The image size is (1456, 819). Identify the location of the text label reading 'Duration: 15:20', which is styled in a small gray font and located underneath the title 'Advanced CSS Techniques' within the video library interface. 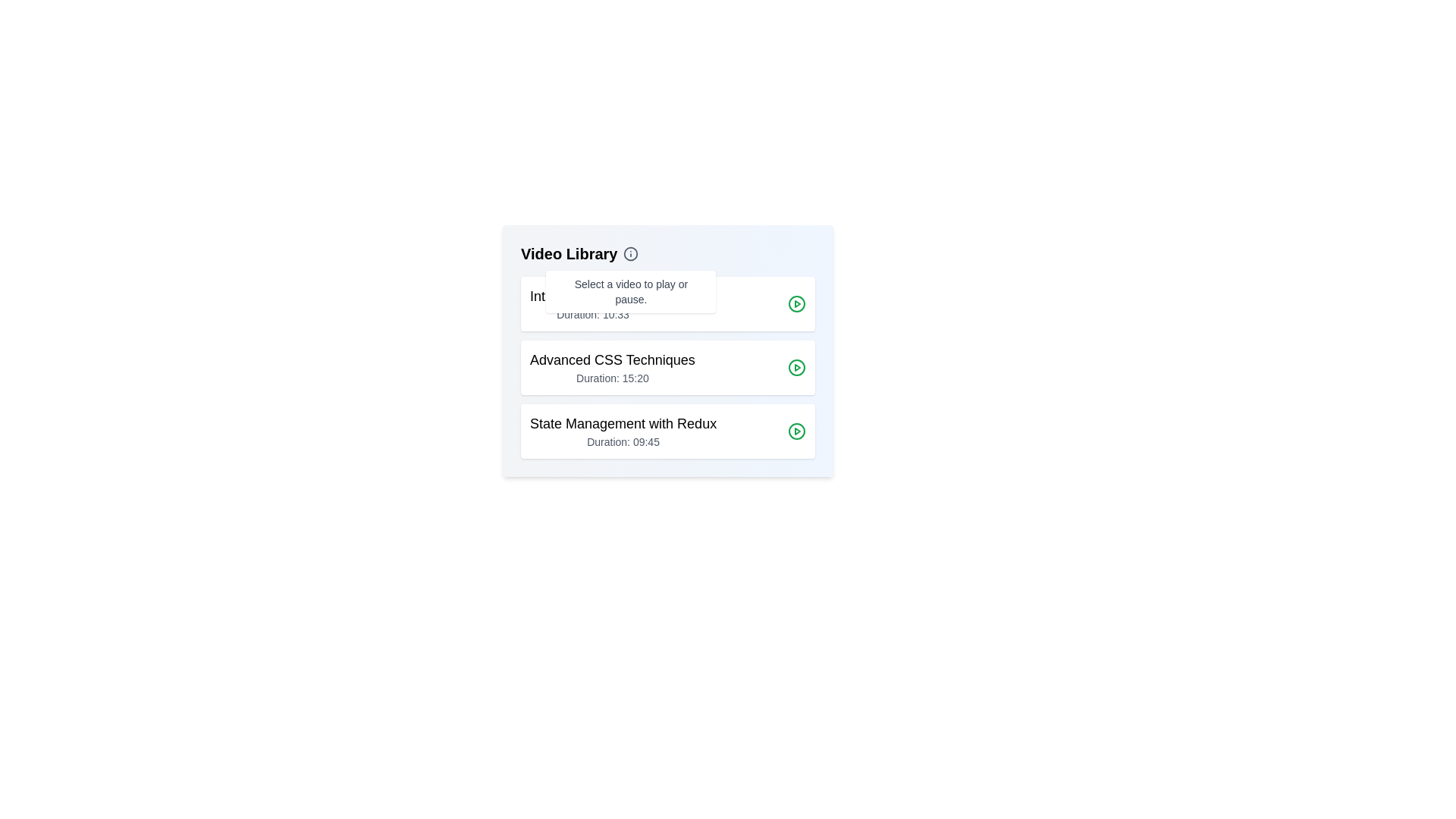
(612, 377).